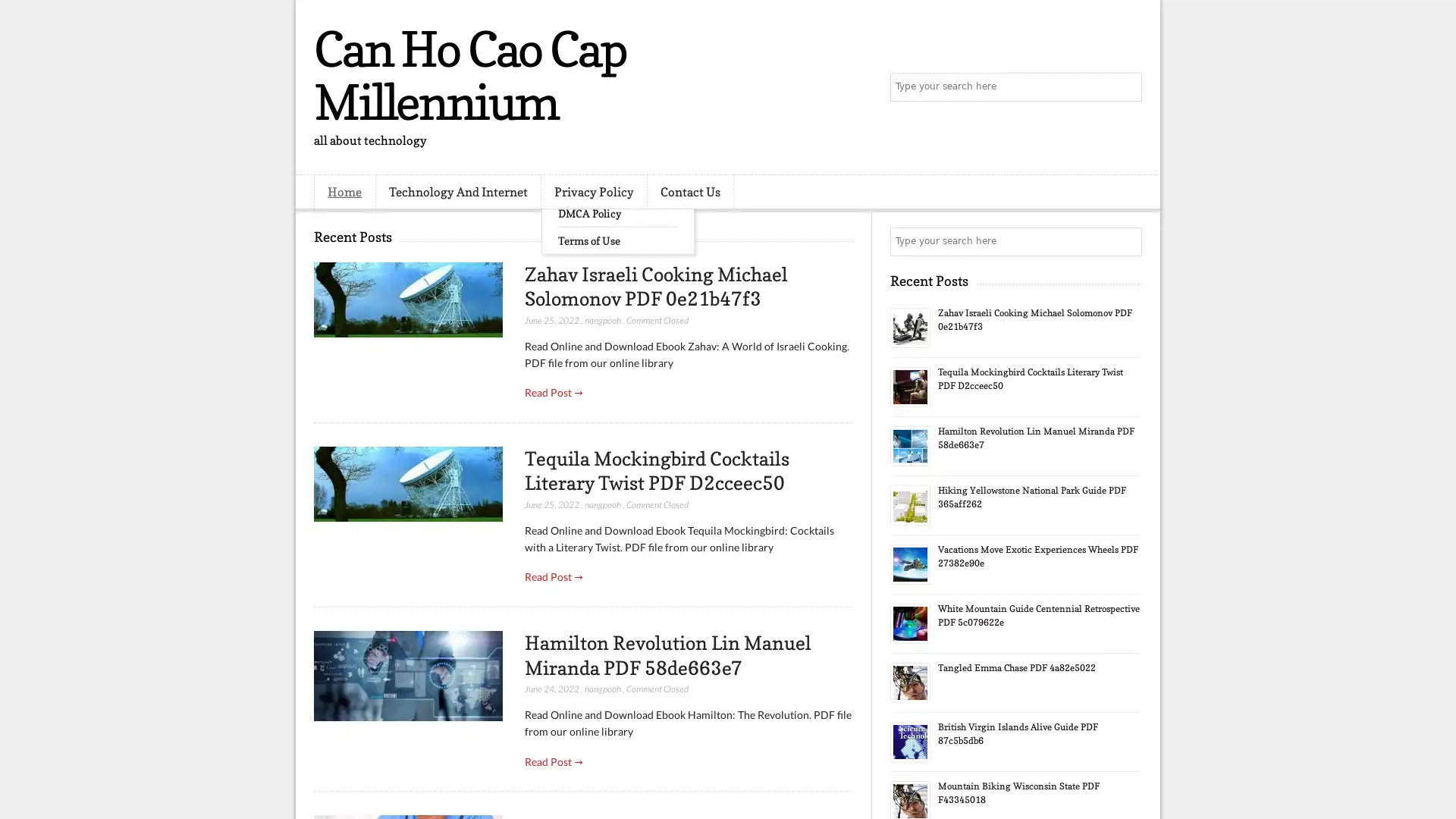 The width and height of the screenshot is (1456, 819). I want to click on Search, so click(1126, 241).